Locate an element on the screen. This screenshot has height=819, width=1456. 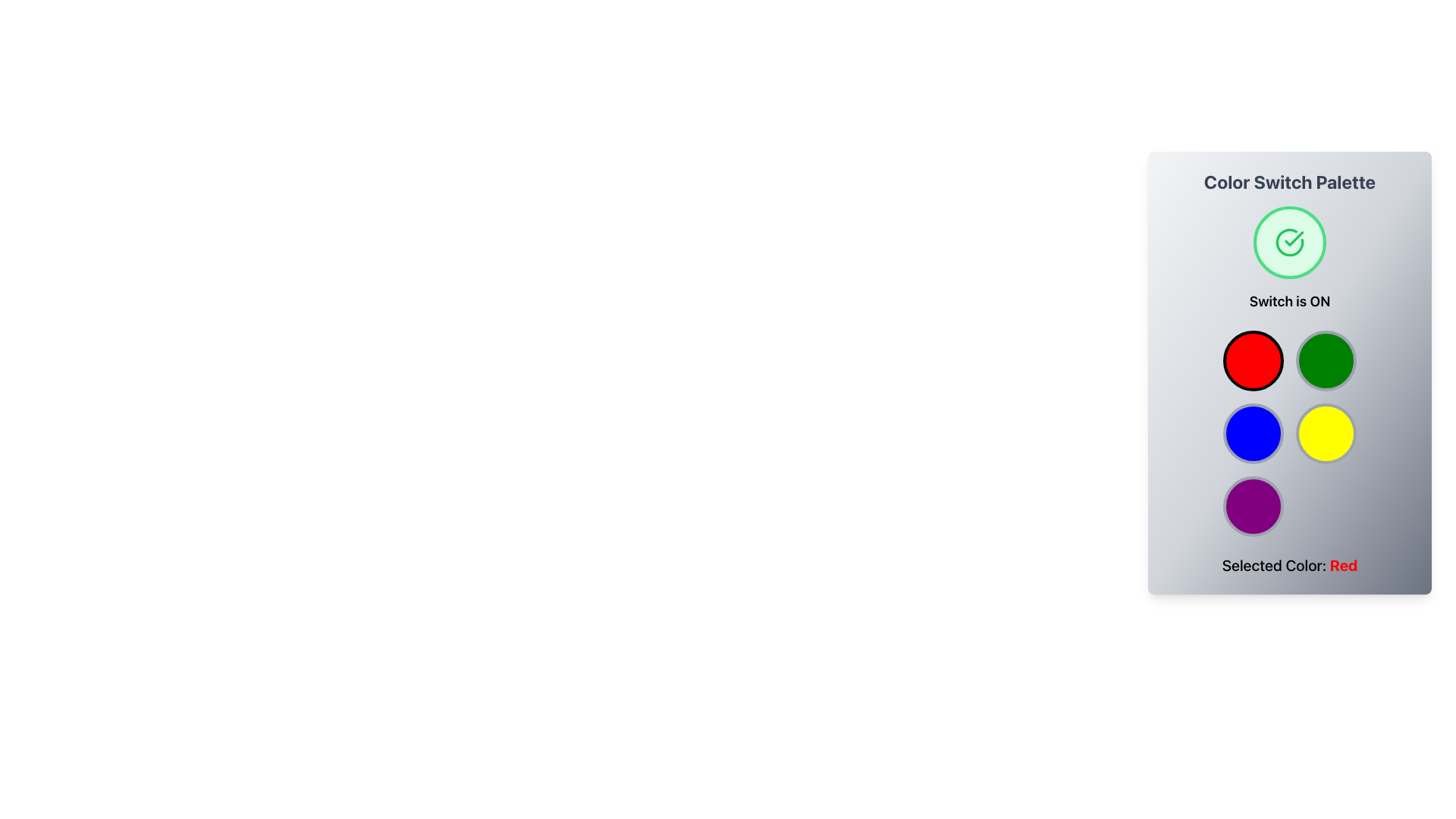
the circular button with a green border and a light green background that has a green checkmark icon at its center is located at coordinates (1288, 242).